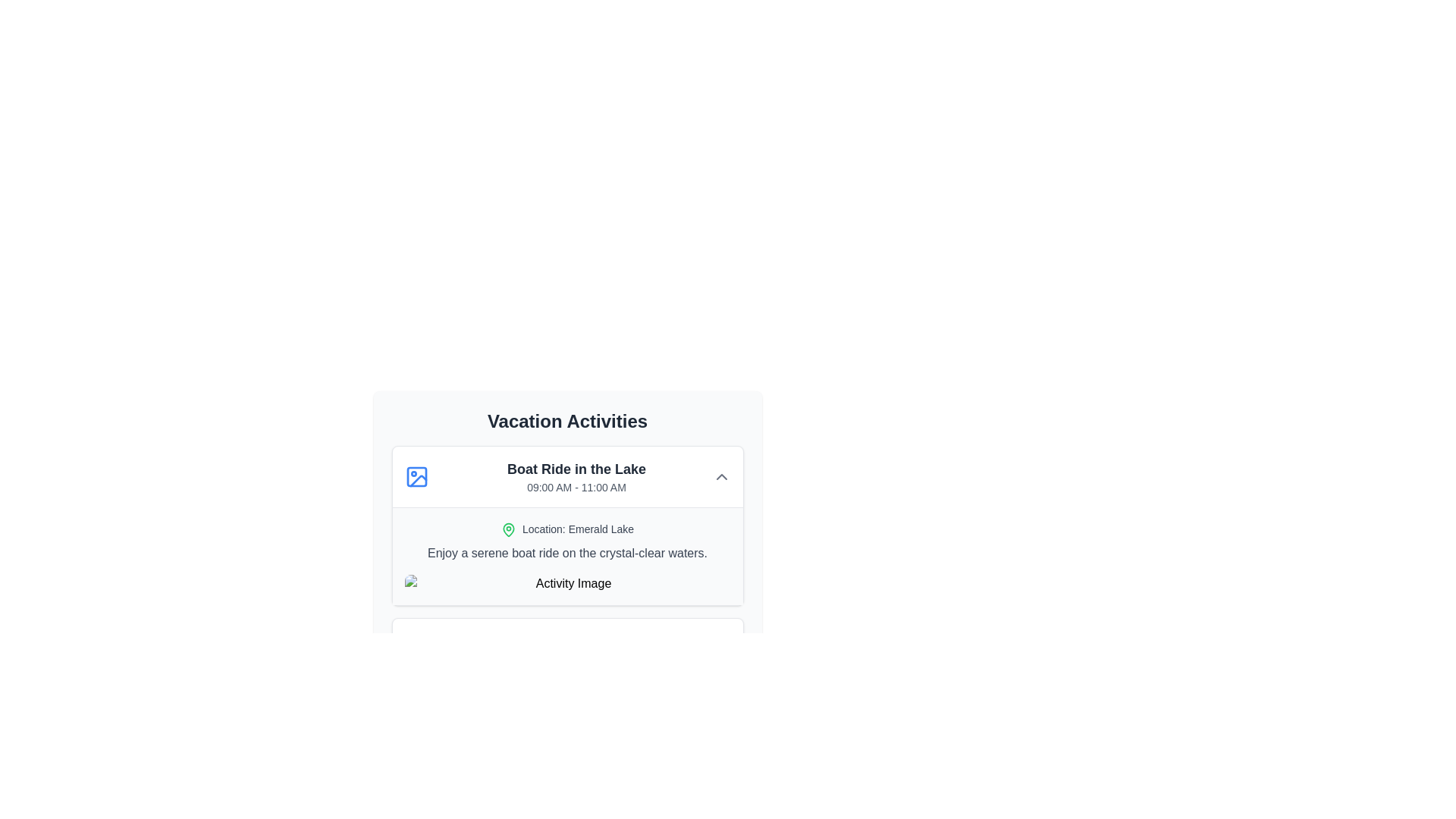  I want to click on the pin-like icon located under the text 'Location: Emerald Lake' in the 'Vacation Activities' section as an indicator, so click(508, 529).